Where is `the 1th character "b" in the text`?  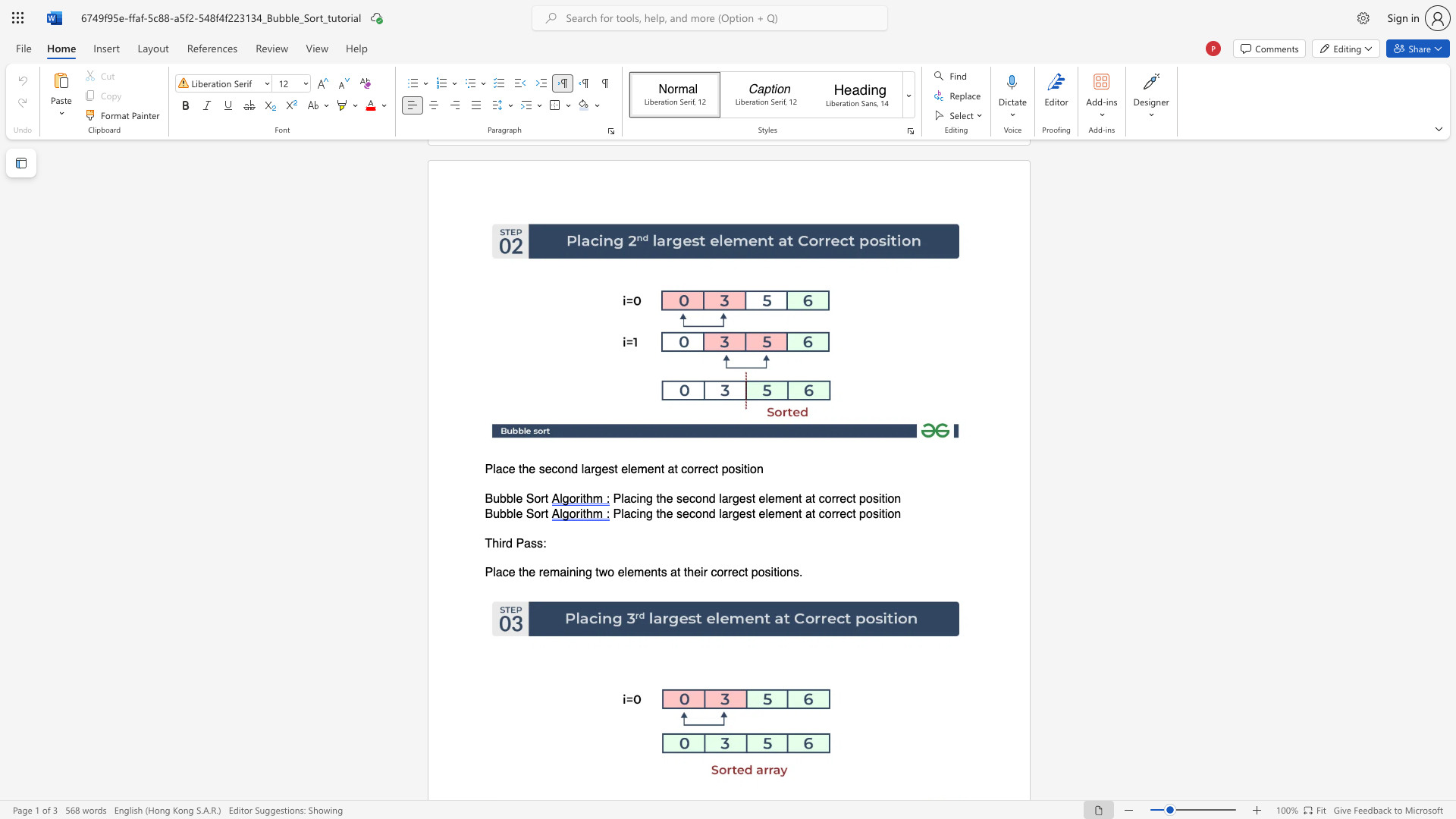
the 1th character "b" in the text is located at coordinates (503, 513).